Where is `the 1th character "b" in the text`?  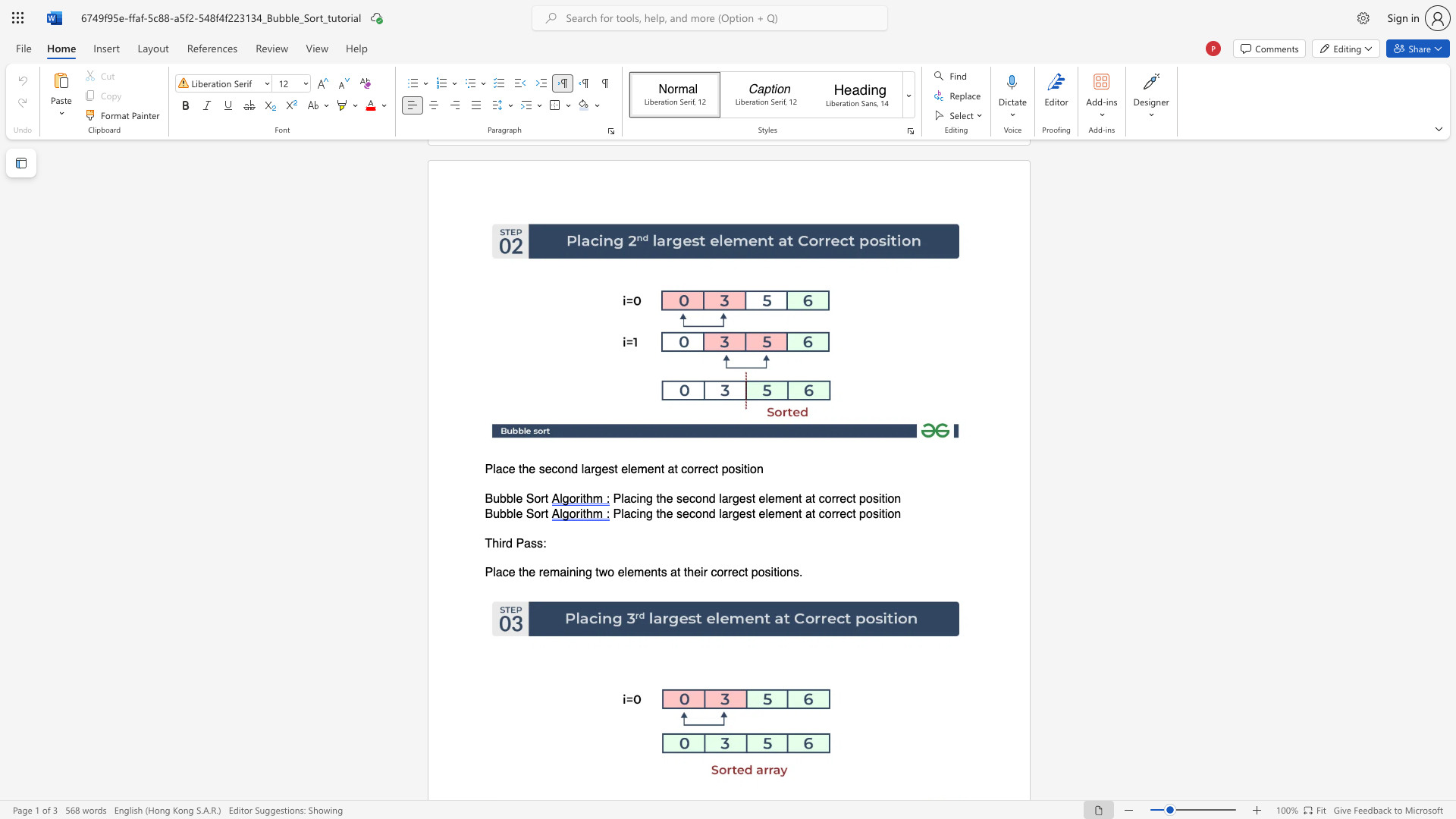
the 1th character "b" in the text is located at coordinates (503, 513).